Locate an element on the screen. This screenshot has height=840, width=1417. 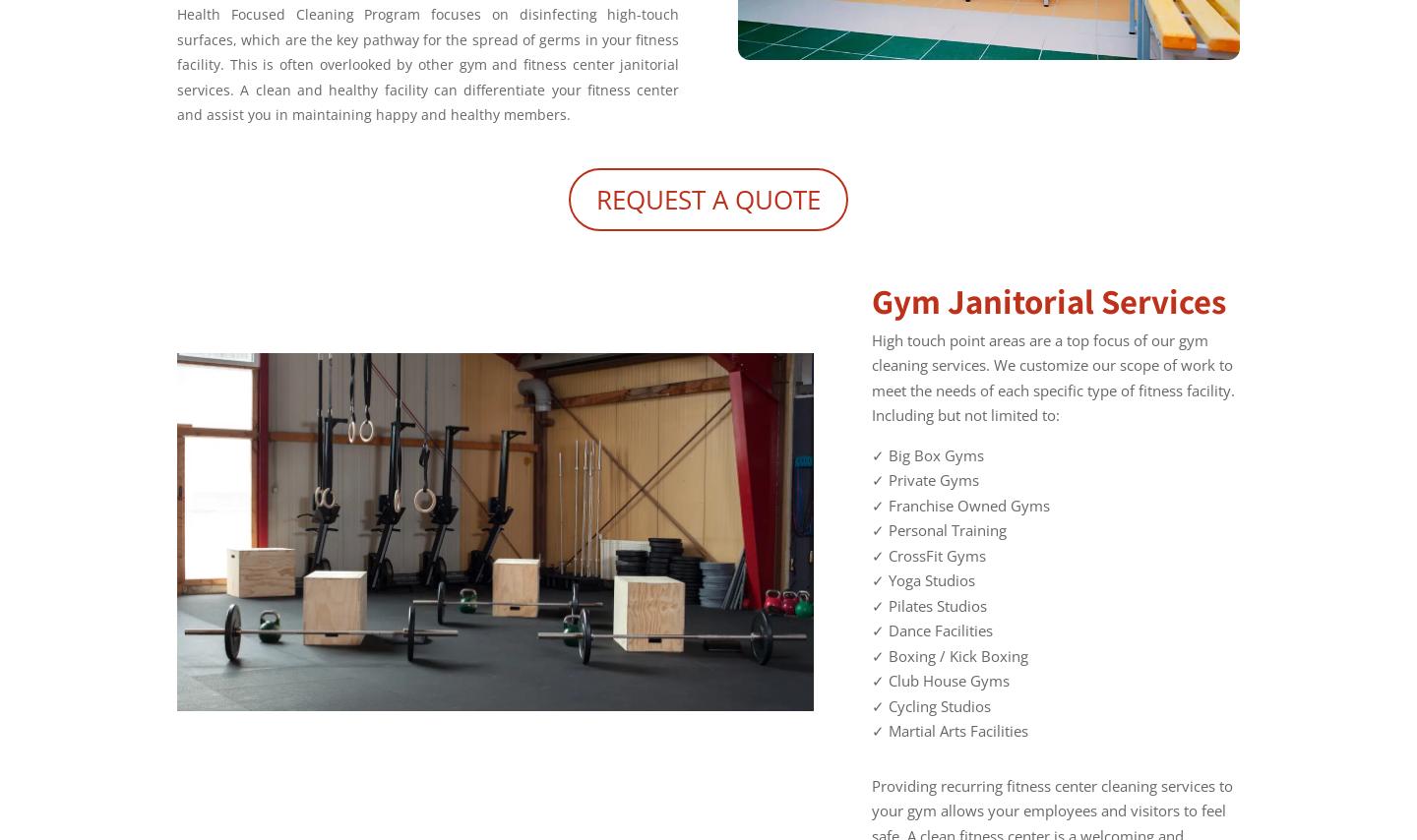
'✓ Big Box Gyms' is located at coordinates (928, 454).